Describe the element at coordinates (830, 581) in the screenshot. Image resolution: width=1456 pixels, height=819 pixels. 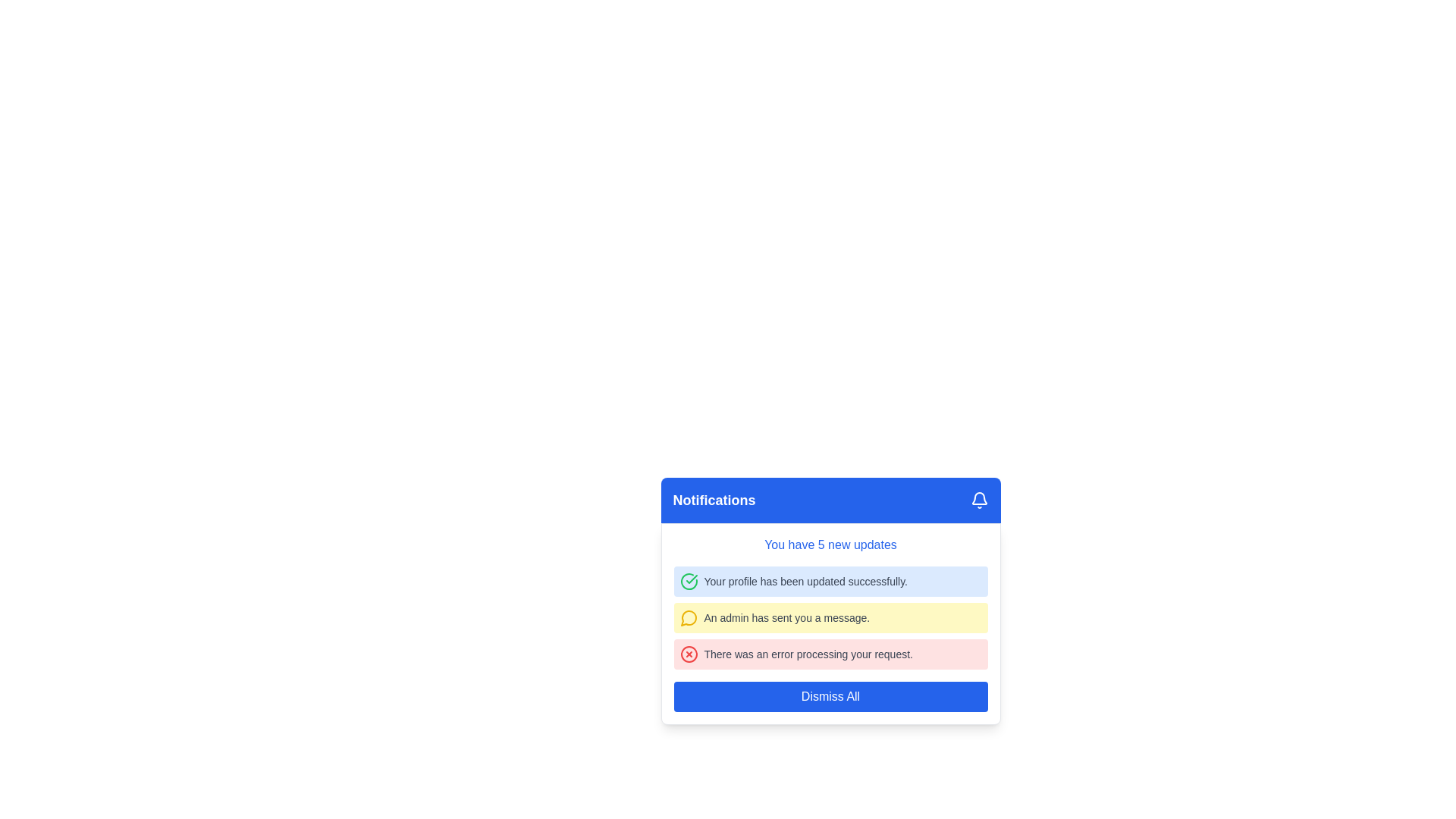
I see `the first notification in the notification panel that indicates a successful profile update, which has a light blue background and a green check icon` at that location.